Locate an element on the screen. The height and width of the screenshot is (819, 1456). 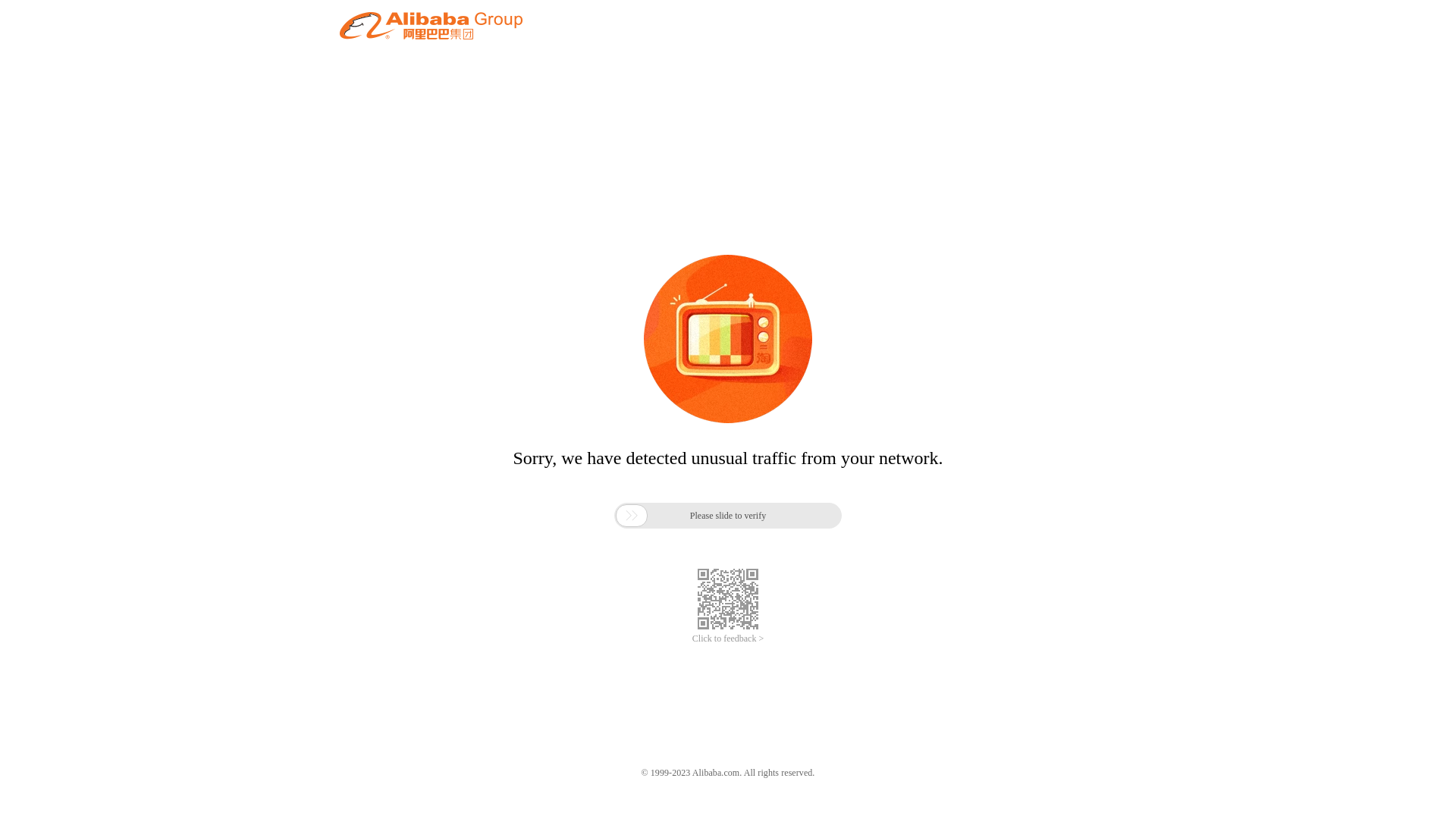
'Click to feedback >' is located at coordinates (728, 639).